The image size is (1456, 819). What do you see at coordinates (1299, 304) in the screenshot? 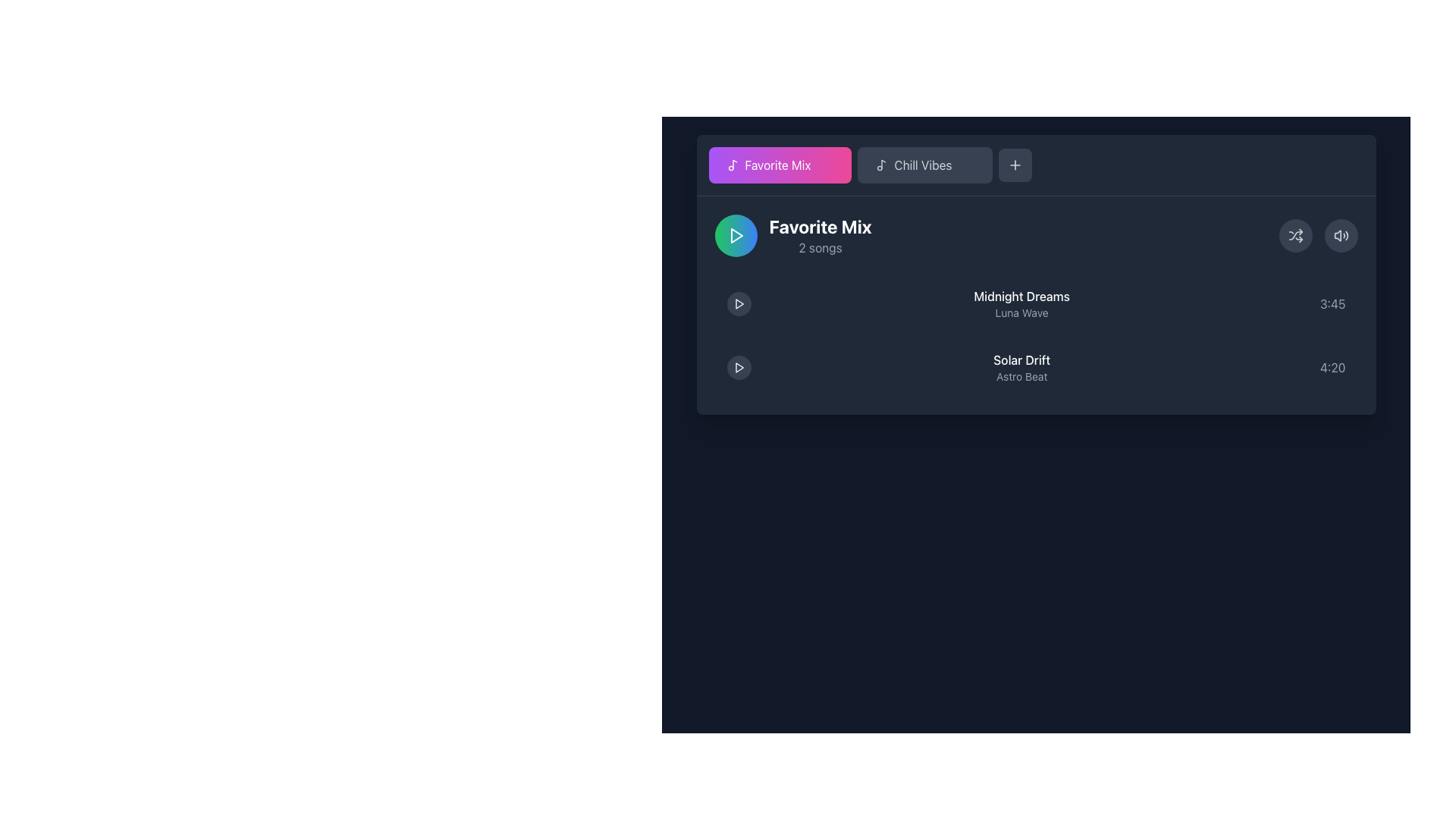
I see `the 'like' button located in the second column of the list item for the song 'Midnight Dreams' to mark it as liked or a favorite` at bounding box center [1299, 304].